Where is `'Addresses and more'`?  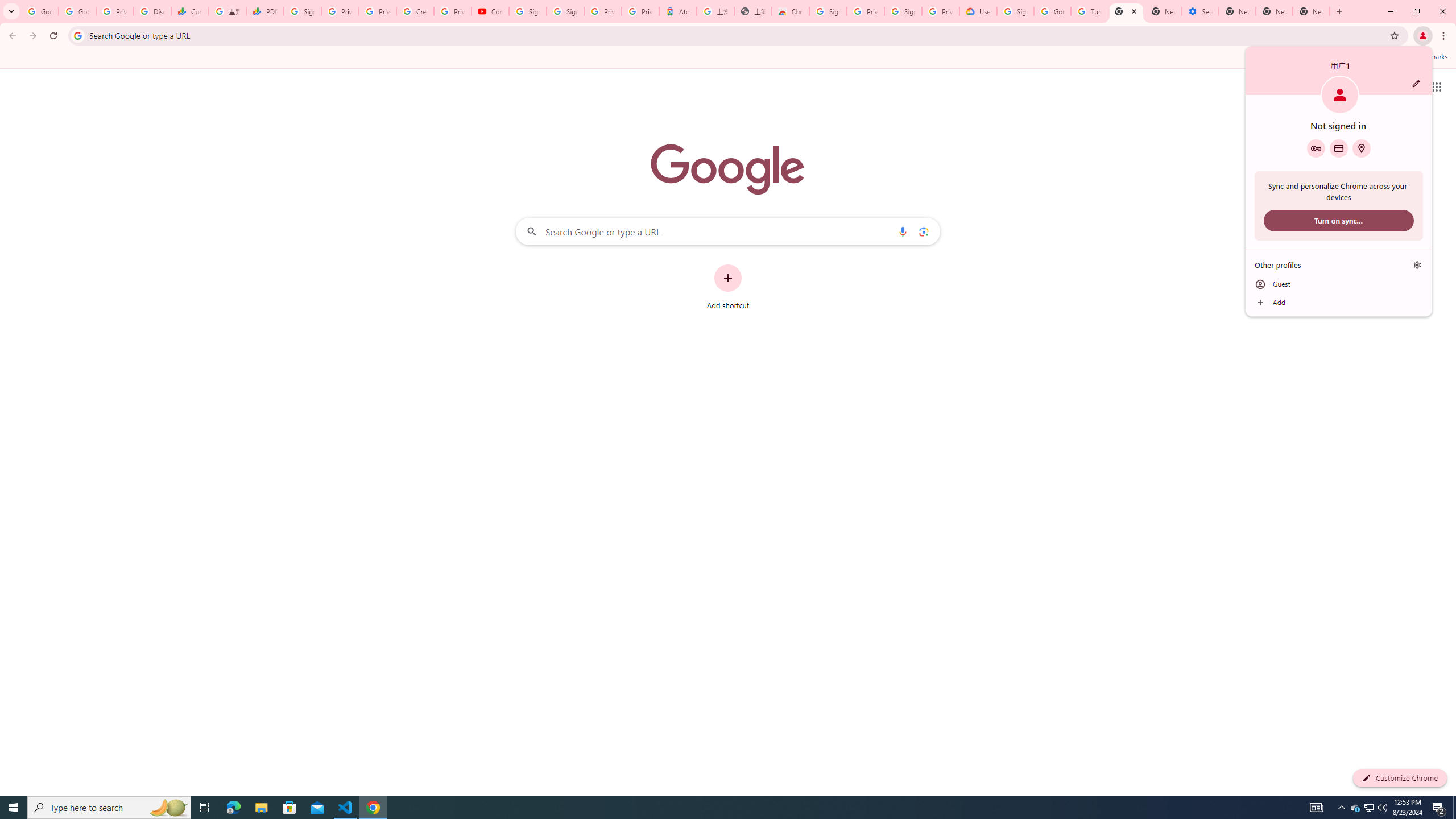
'Addresses and more' is located at coordinates (1360, 148).